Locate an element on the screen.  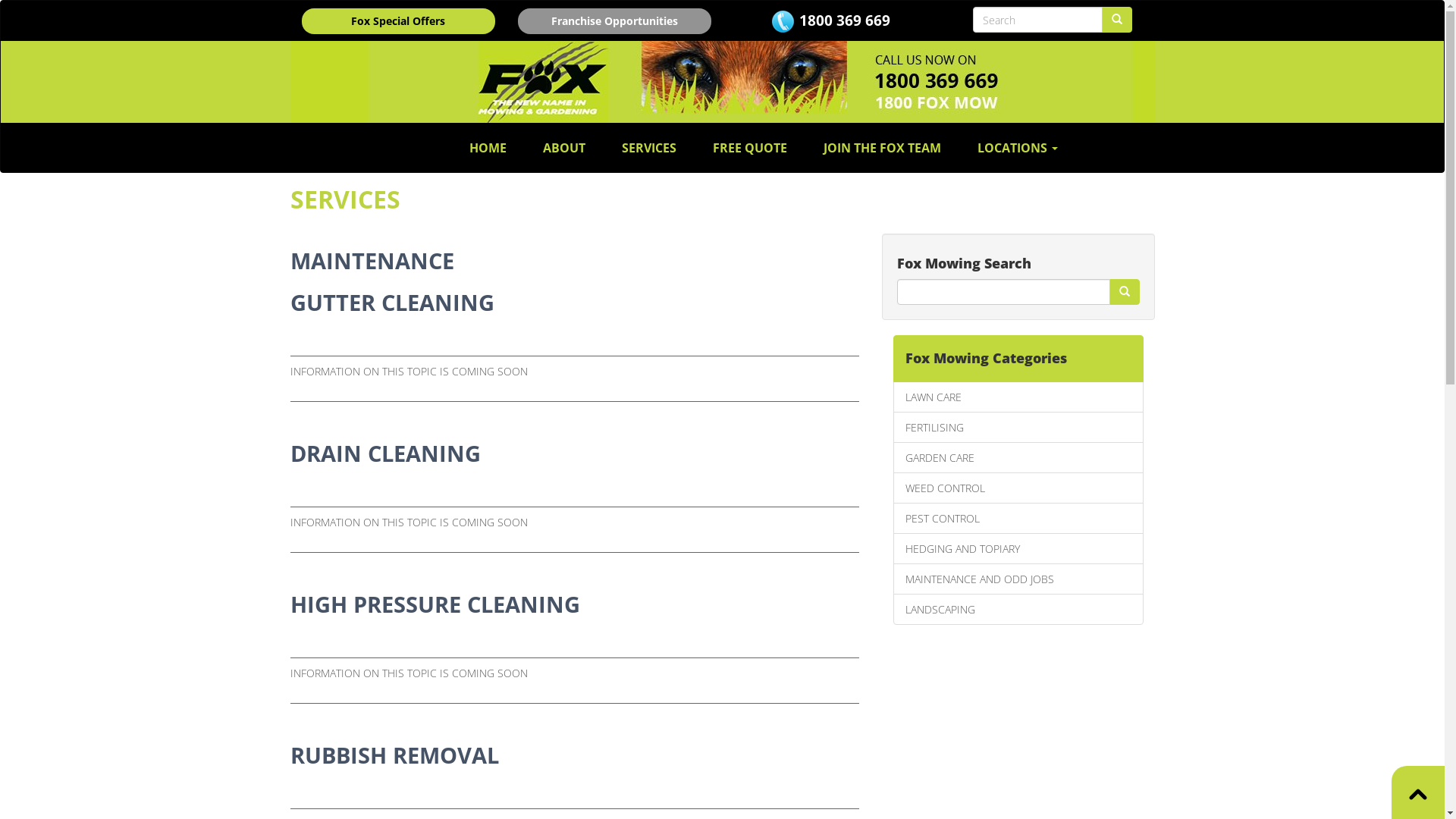
'HOME' is located at coordinates (488, 148).